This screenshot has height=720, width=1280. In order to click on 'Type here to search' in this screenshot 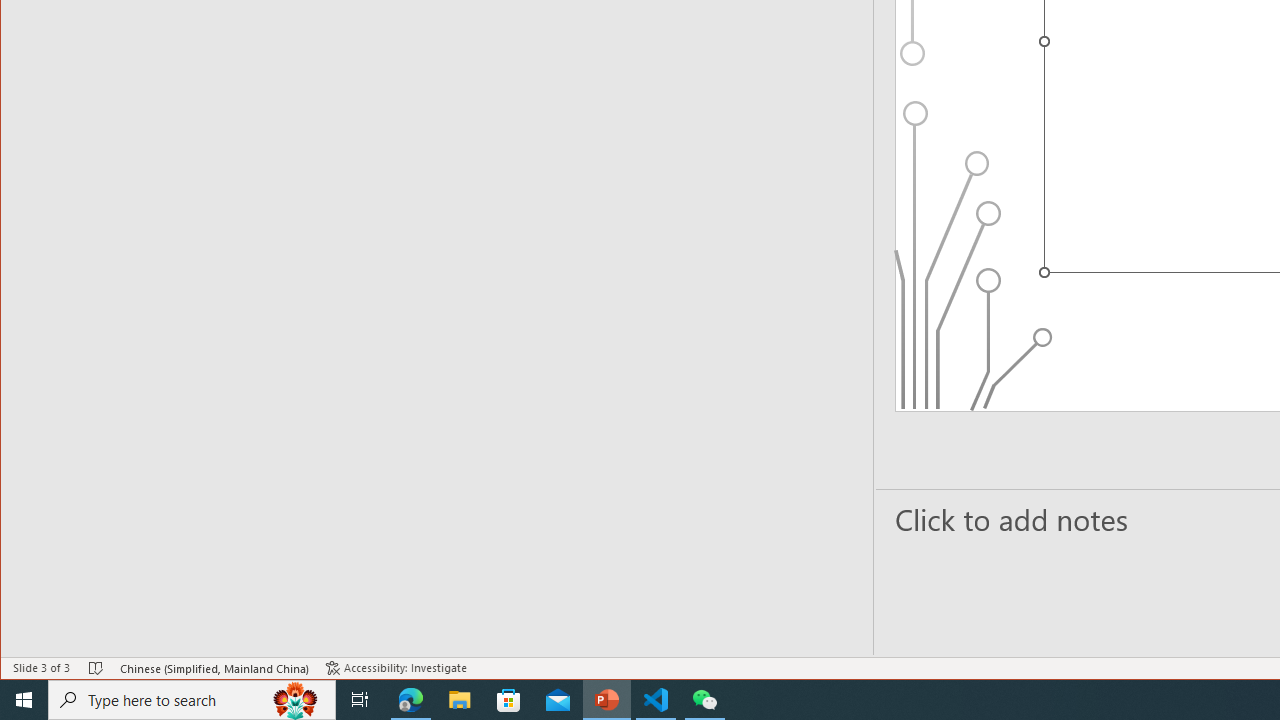, I will do `click(192, 698)`.